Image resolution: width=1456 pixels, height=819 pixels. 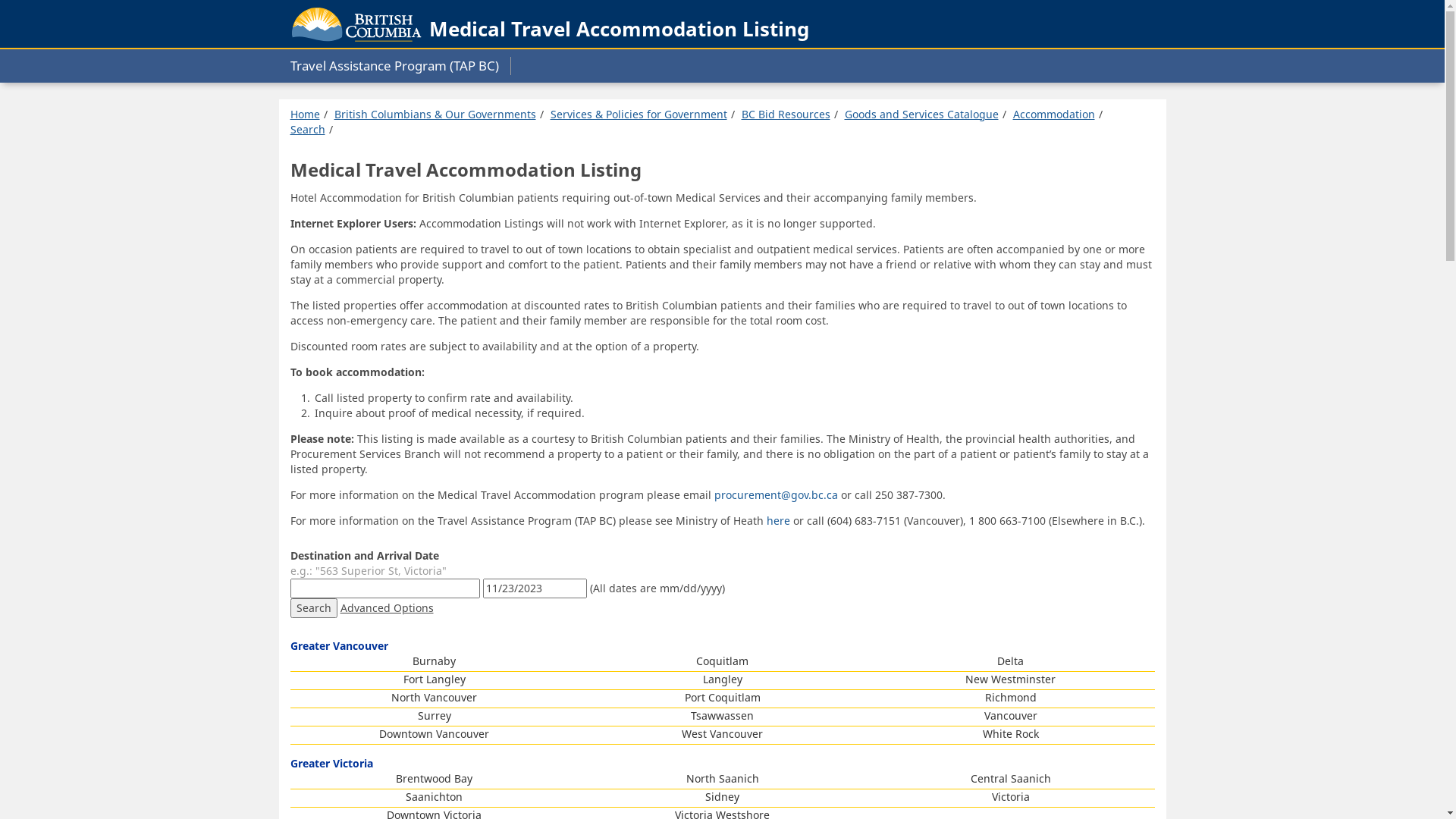 I want to click on 'BC Bid Resources', so click(x=786, y=113).